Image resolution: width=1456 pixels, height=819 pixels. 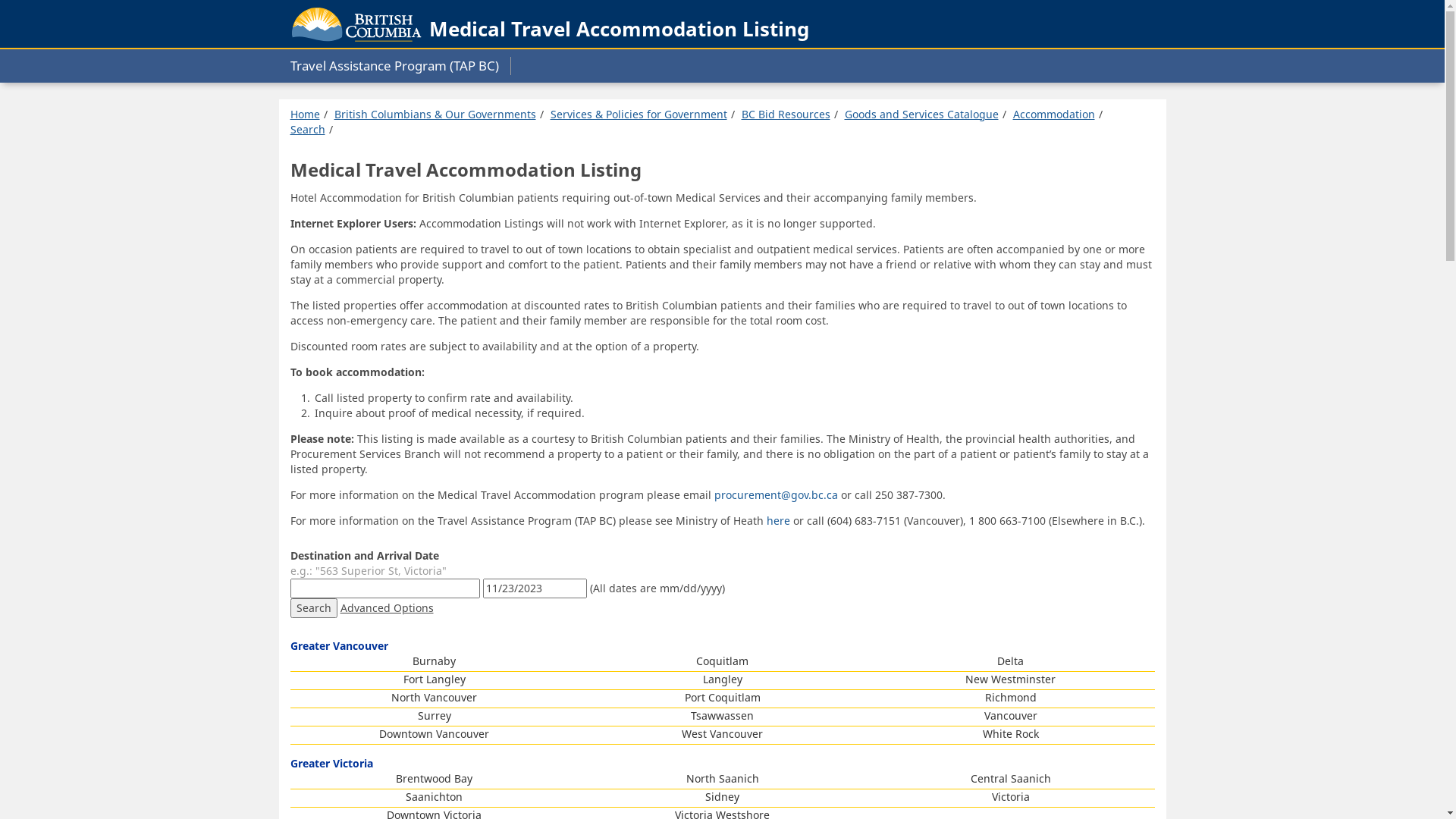 I want to click on 'BC Bid Resources', so click(x=786, y=113).